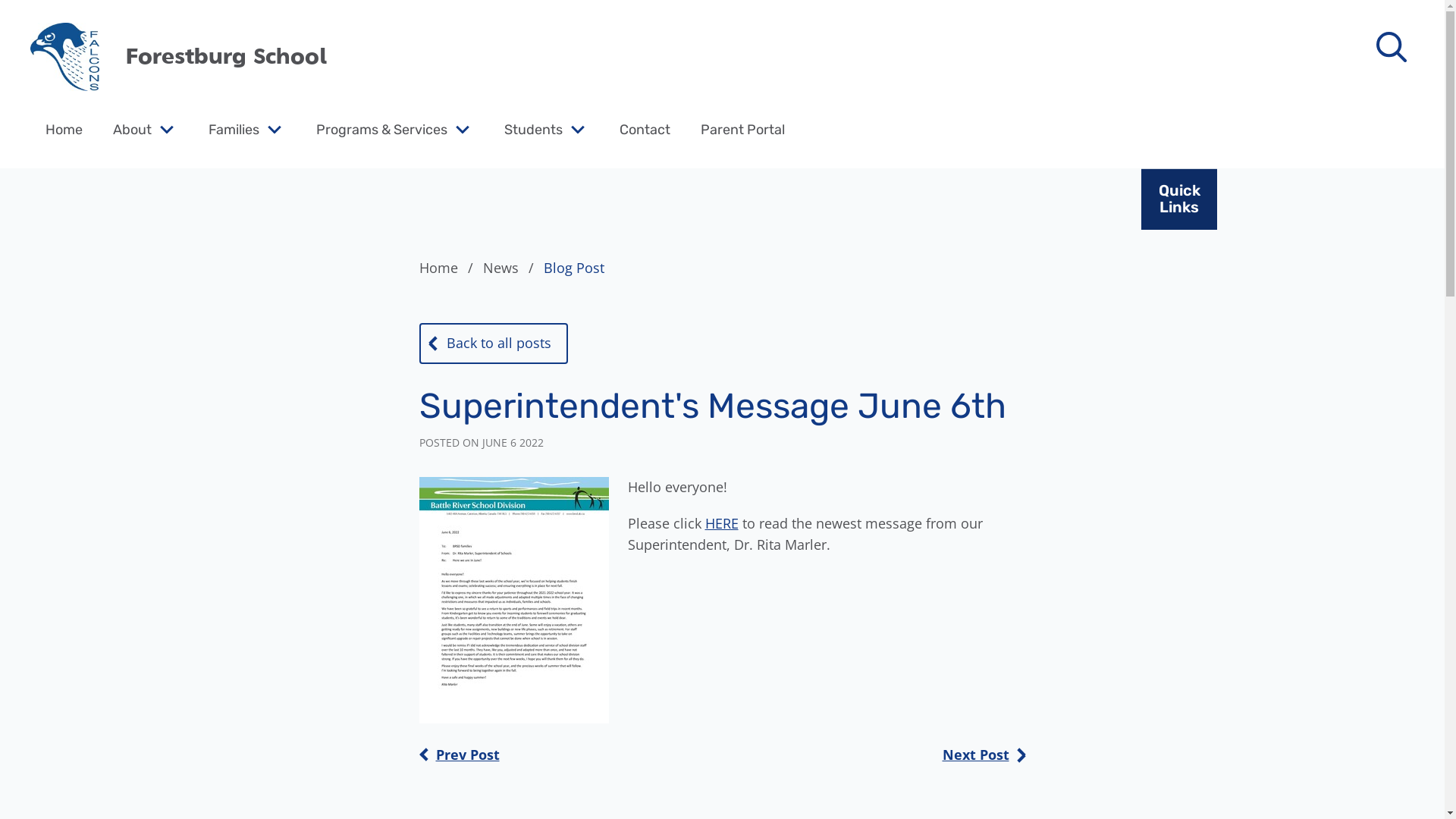 This screenshot has height=819, width=1456. I want to click on 'Parent Portal', so click(742, 128).